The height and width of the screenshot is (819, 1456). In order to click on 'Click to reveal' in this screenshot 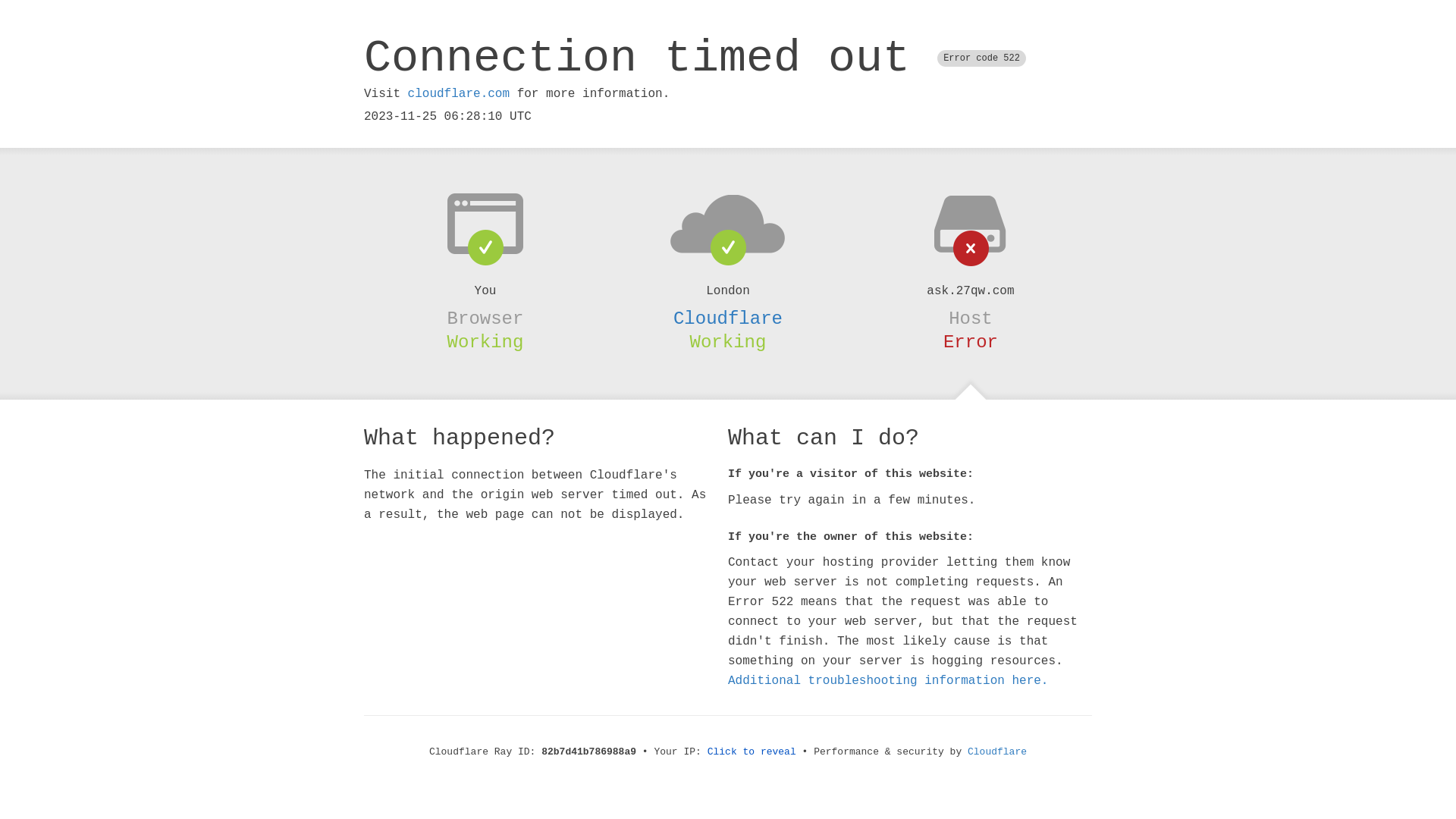, I will do `click(706, 752)`.